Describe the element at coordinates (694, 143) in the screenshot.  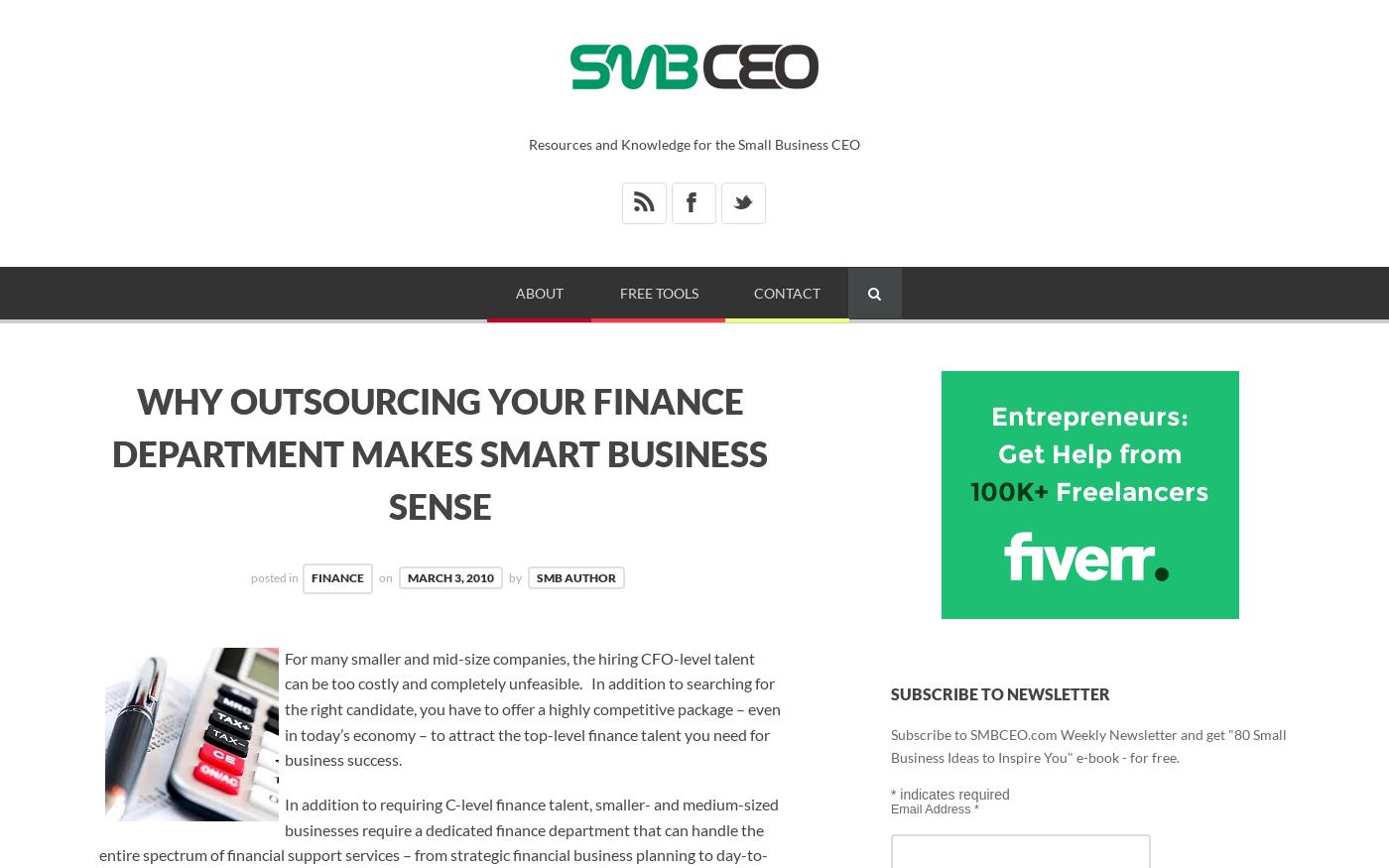
I see `'Resources and Knowledge for the Small Business CEO'` at that location.